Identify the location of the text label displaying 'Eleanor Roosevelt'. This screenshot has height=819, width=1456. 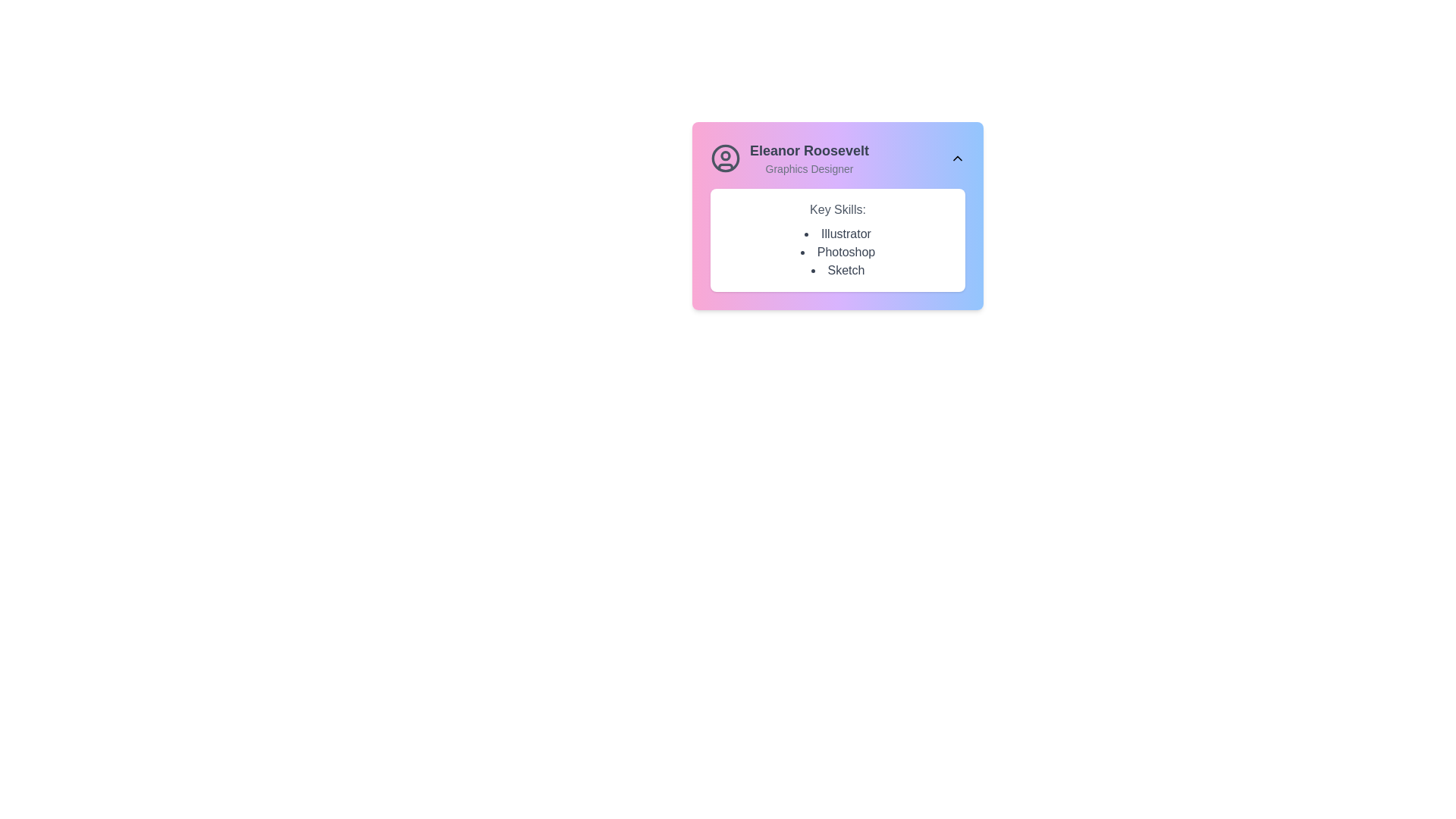
(808, 151).